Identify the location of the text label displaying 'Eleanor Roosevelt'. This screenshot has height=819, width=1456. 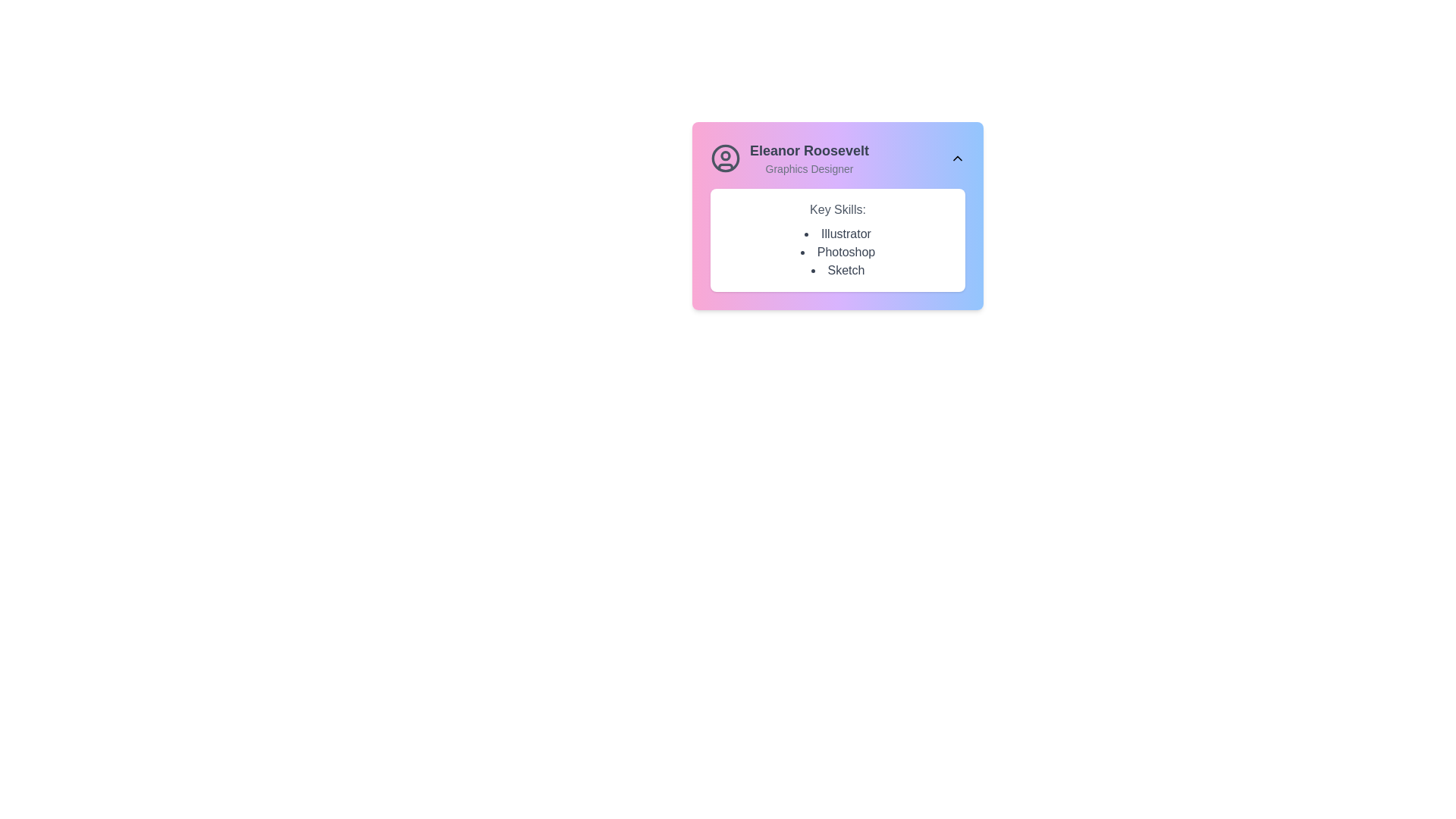
(808, 151).